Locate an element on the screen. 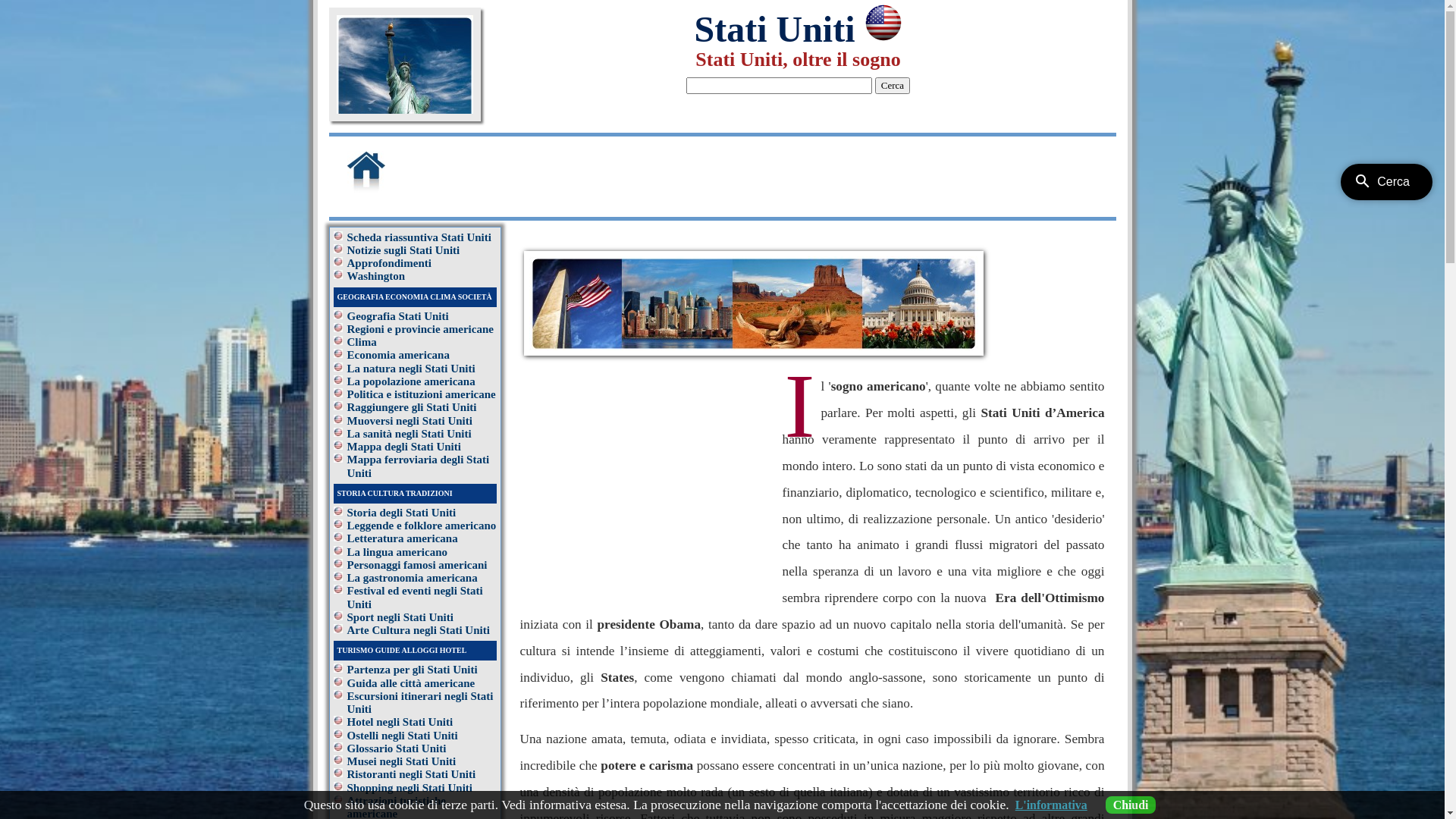  'Scheda riassuntiva Stati Uniti' is located at coordinates (419, 237).